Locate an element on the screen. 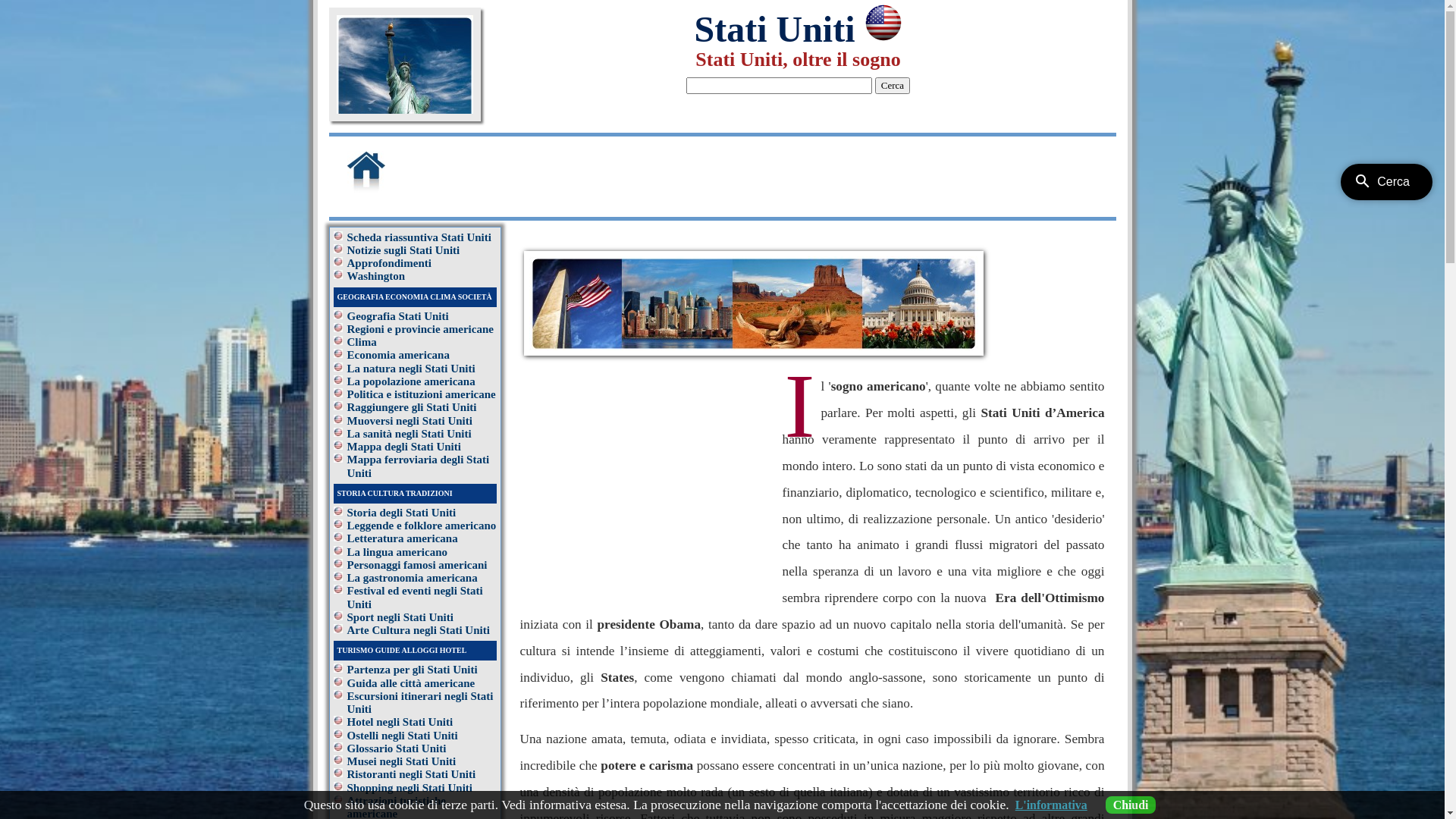  'Scheda riassuntiva Stati Uniti' is located at coordinates (419, 237).